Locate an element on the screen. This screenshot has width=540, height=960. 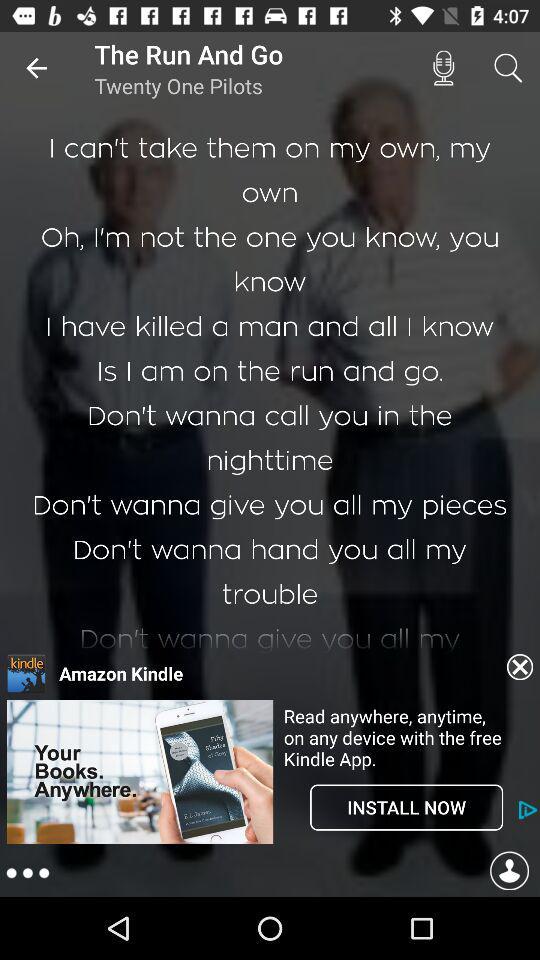
advertisement website is located at coordinates (139, 771).